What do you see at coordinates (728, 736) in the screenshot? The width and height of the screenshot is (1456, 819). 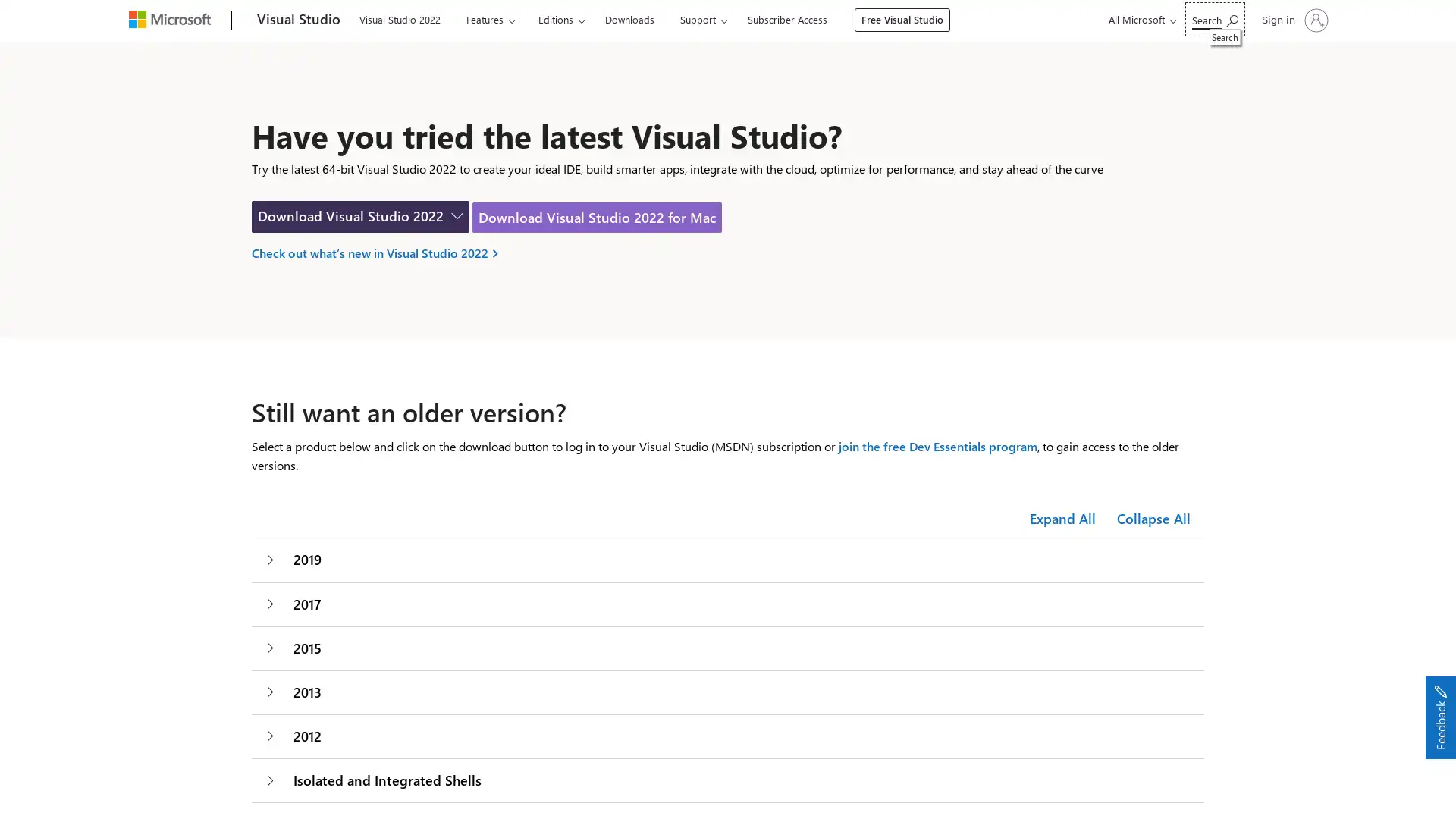 I see `2012` at bounding box center [728, 736].